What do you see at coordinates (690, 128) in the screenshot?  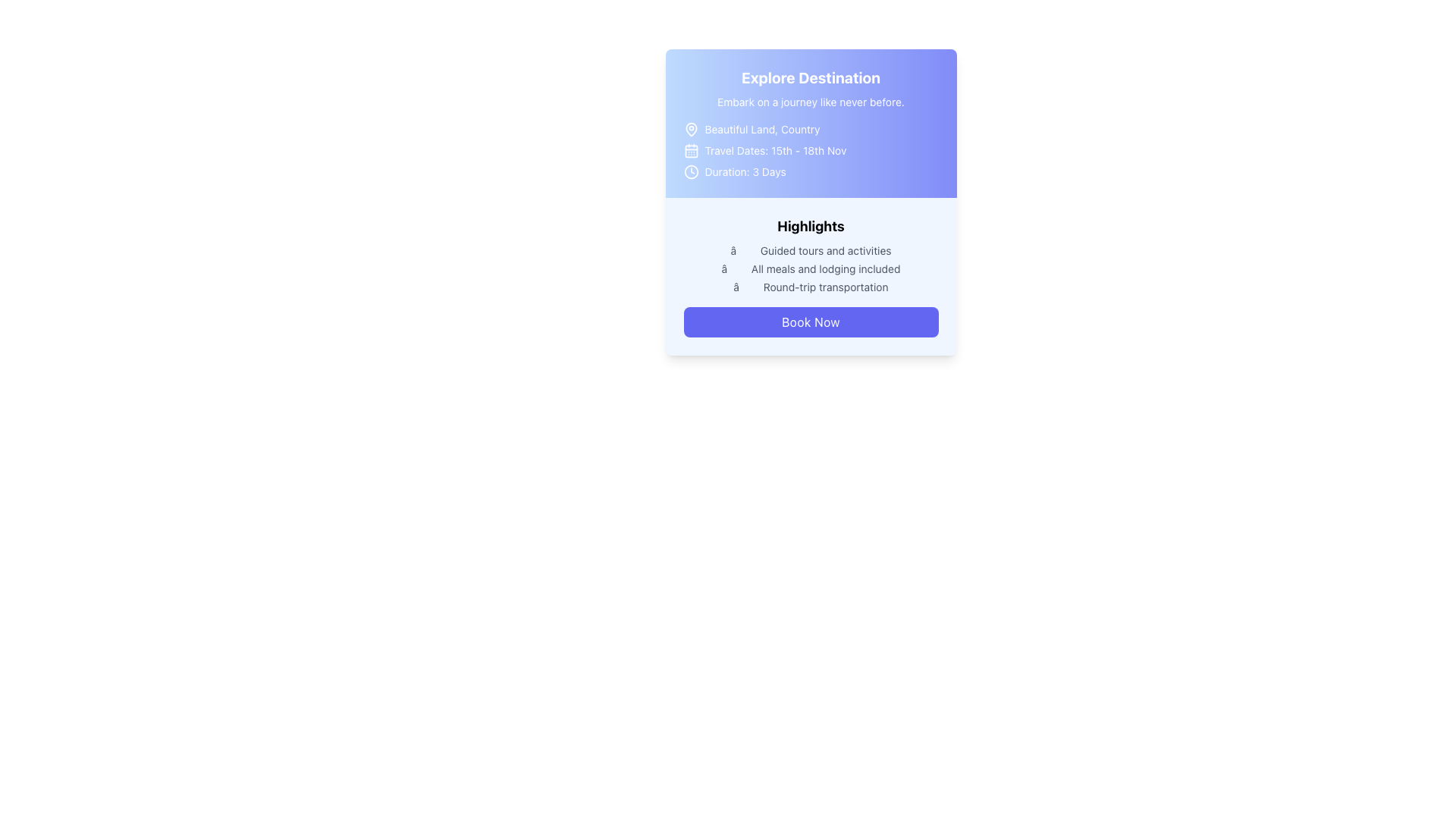 I see `pin-shaped icon located next to the text 'Beautiful Land, Country', which has a thin outline and no internal fill` at bounding box center [690, 128].